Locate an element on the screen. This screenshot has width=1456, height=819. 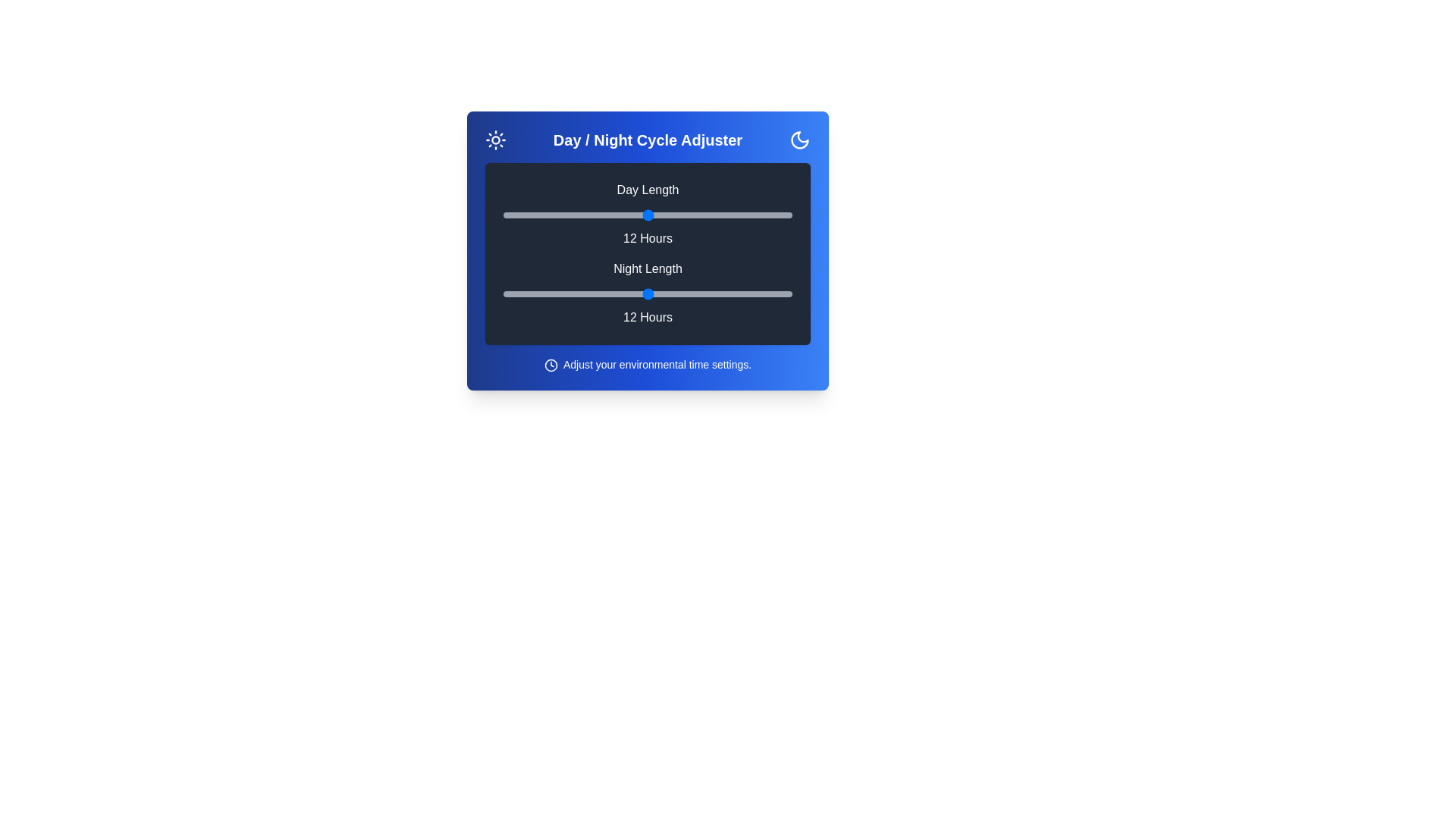
the 'Night Length' slider to 14 hours is located at coordinates (695, 294).